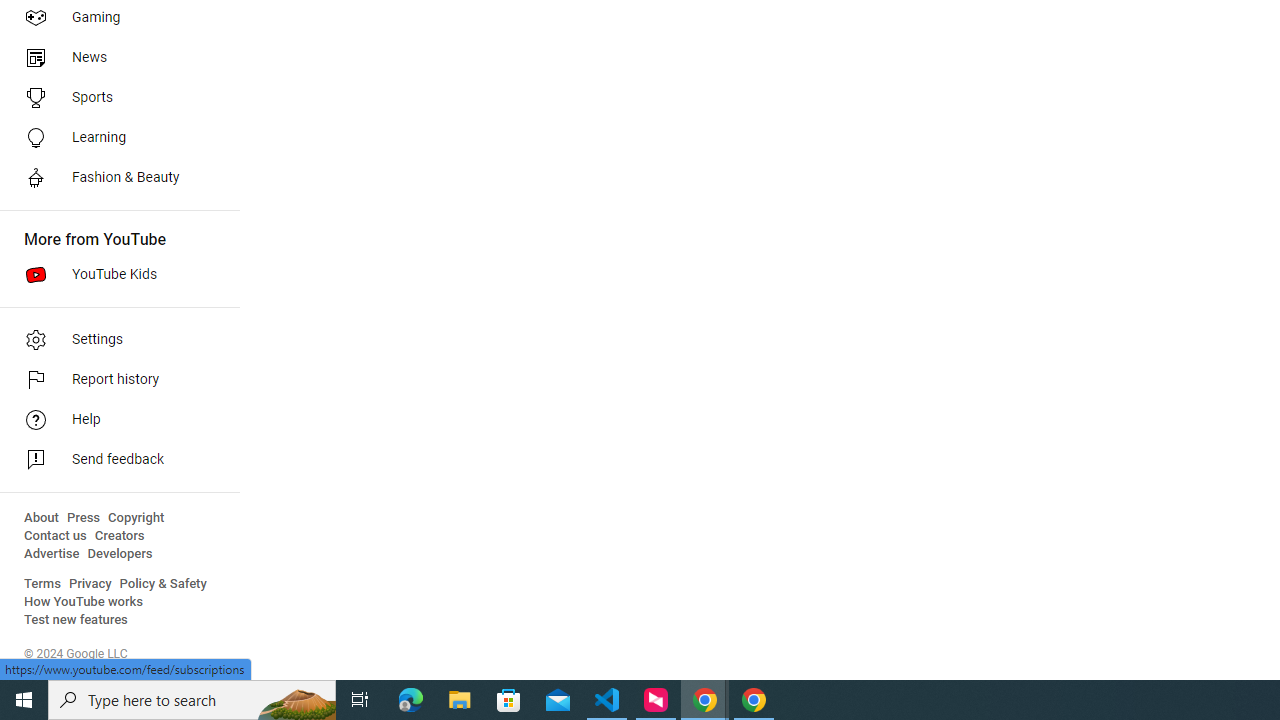 Image resolution: width=1280 pixels, height=720 pixels. I want to click on 'Creators', so click(118, 535).